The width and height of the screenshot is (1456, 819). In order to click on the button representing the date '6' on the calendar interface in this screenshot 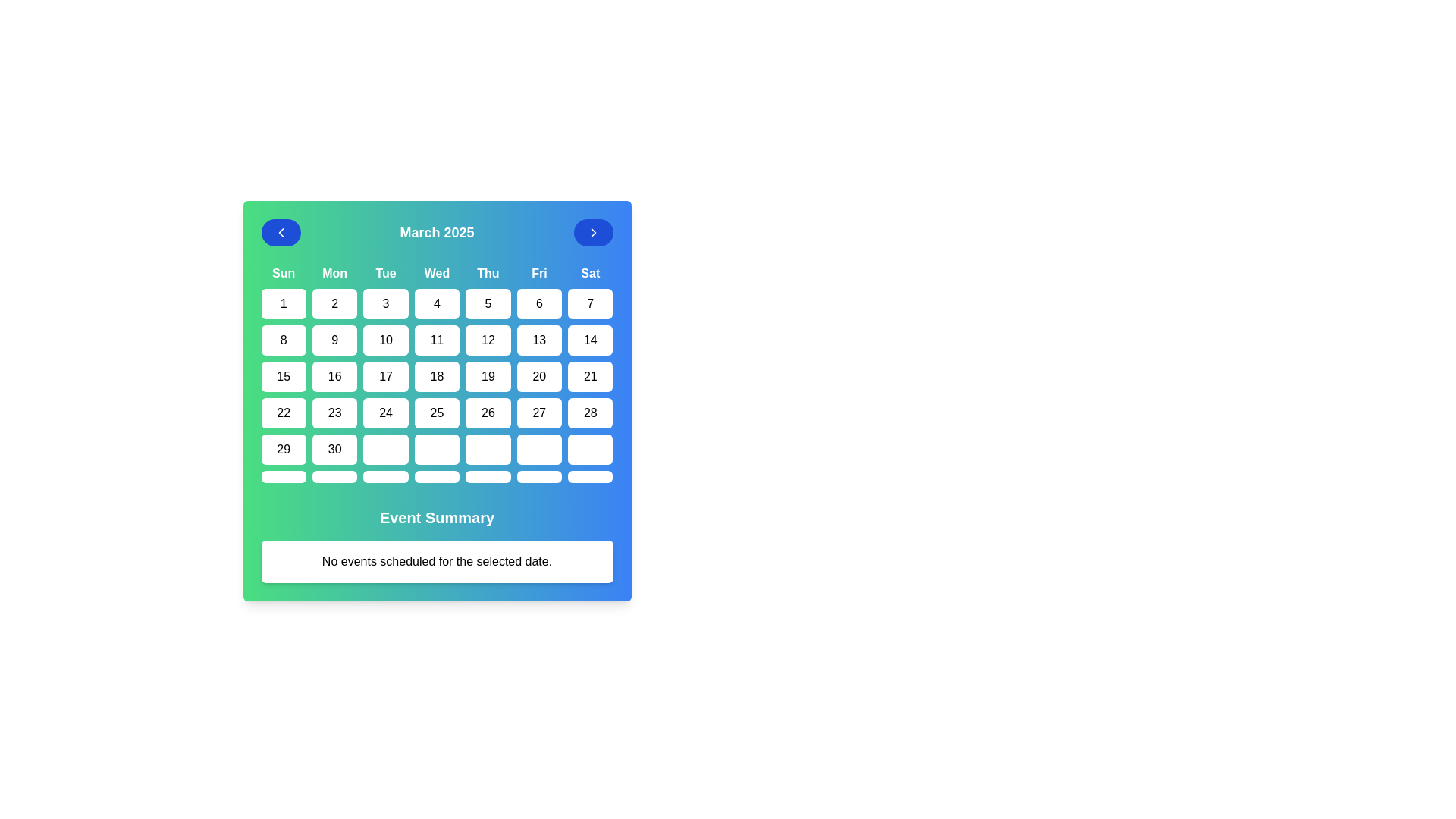, I will do `click(539, 304)`.